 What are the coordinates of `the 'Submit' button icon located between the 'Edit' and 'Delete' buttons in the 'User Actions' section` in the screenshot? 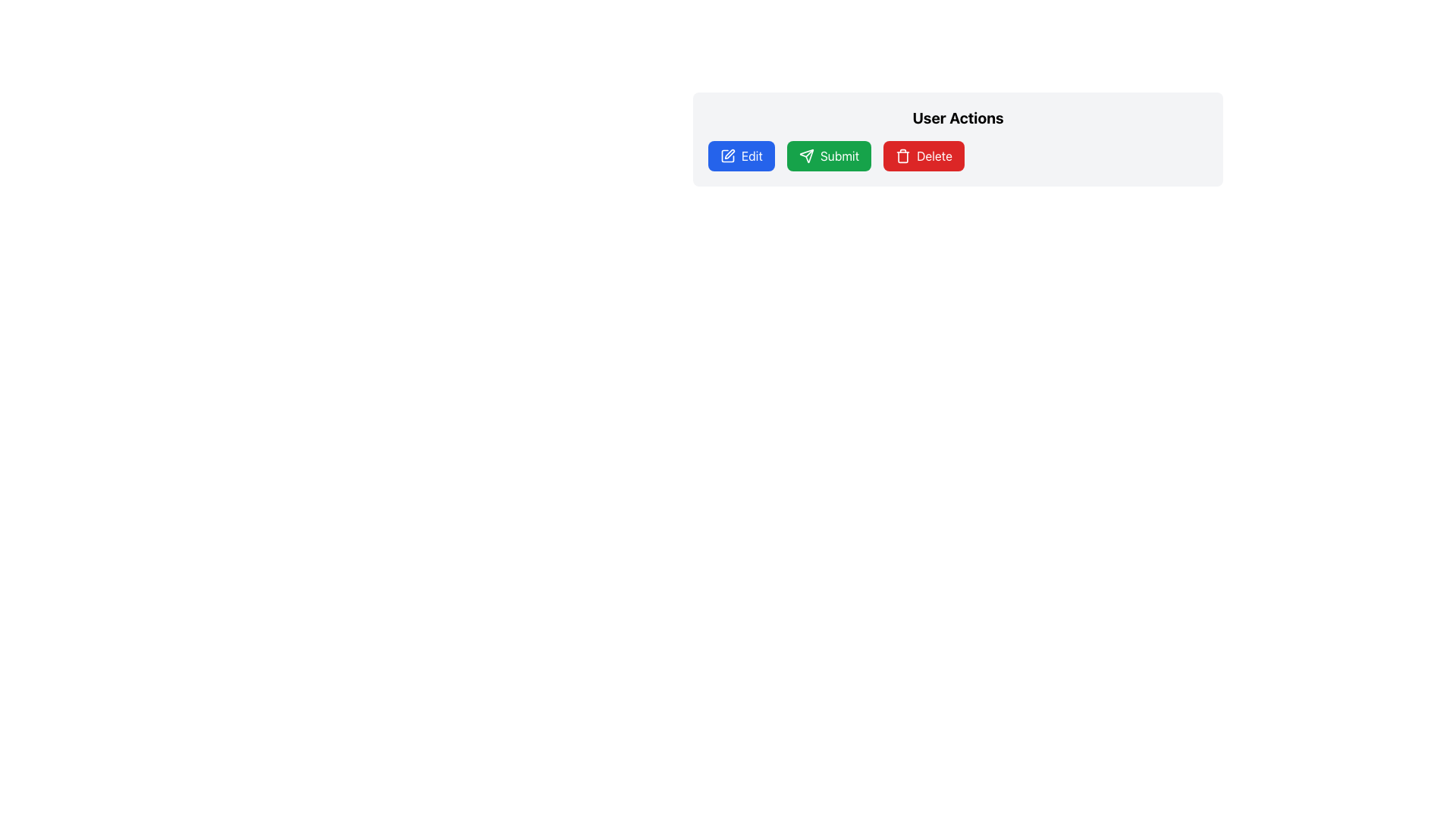 It's located at (808, 153).